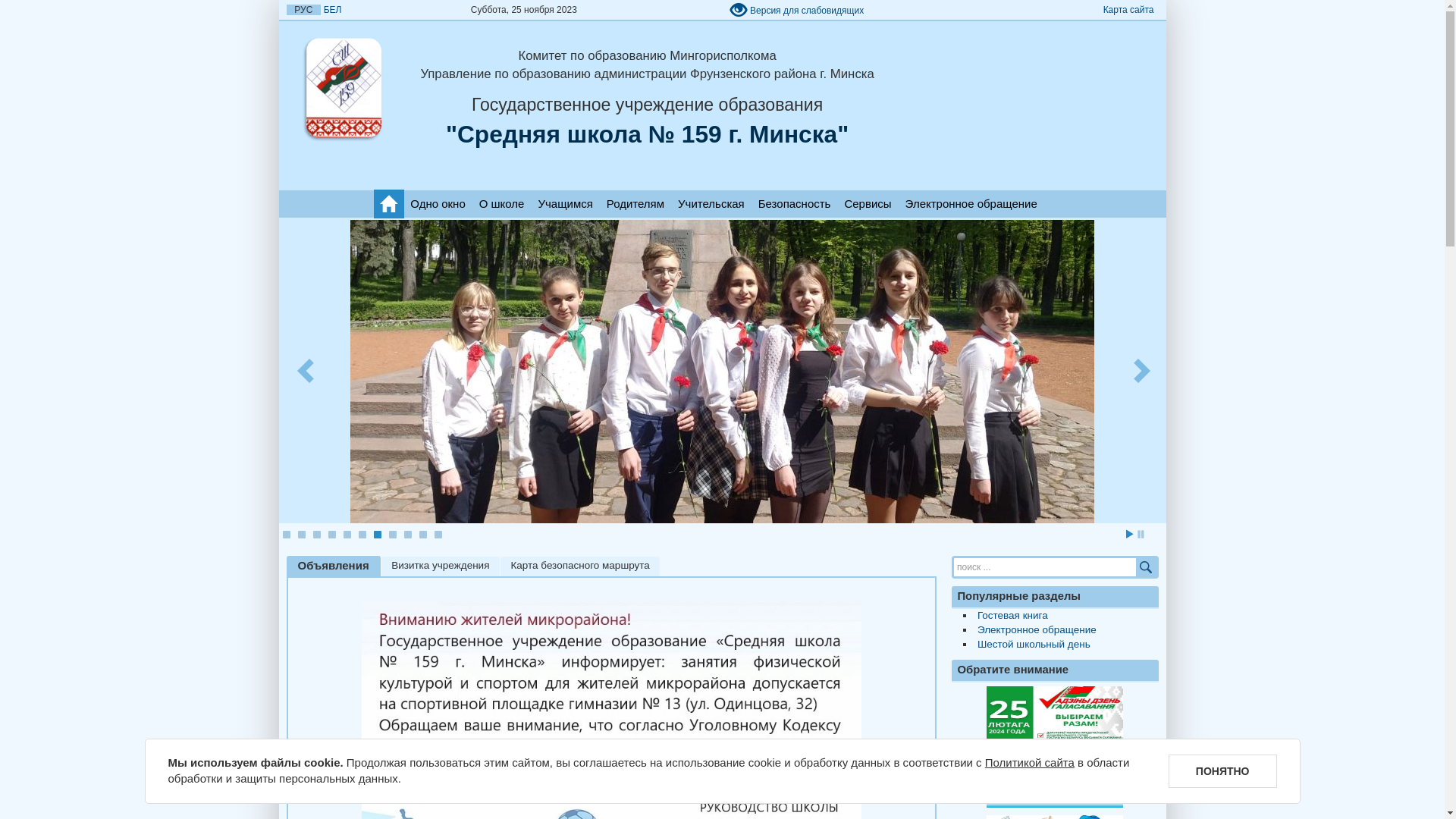  I want to click on '10', so click(422, 534).